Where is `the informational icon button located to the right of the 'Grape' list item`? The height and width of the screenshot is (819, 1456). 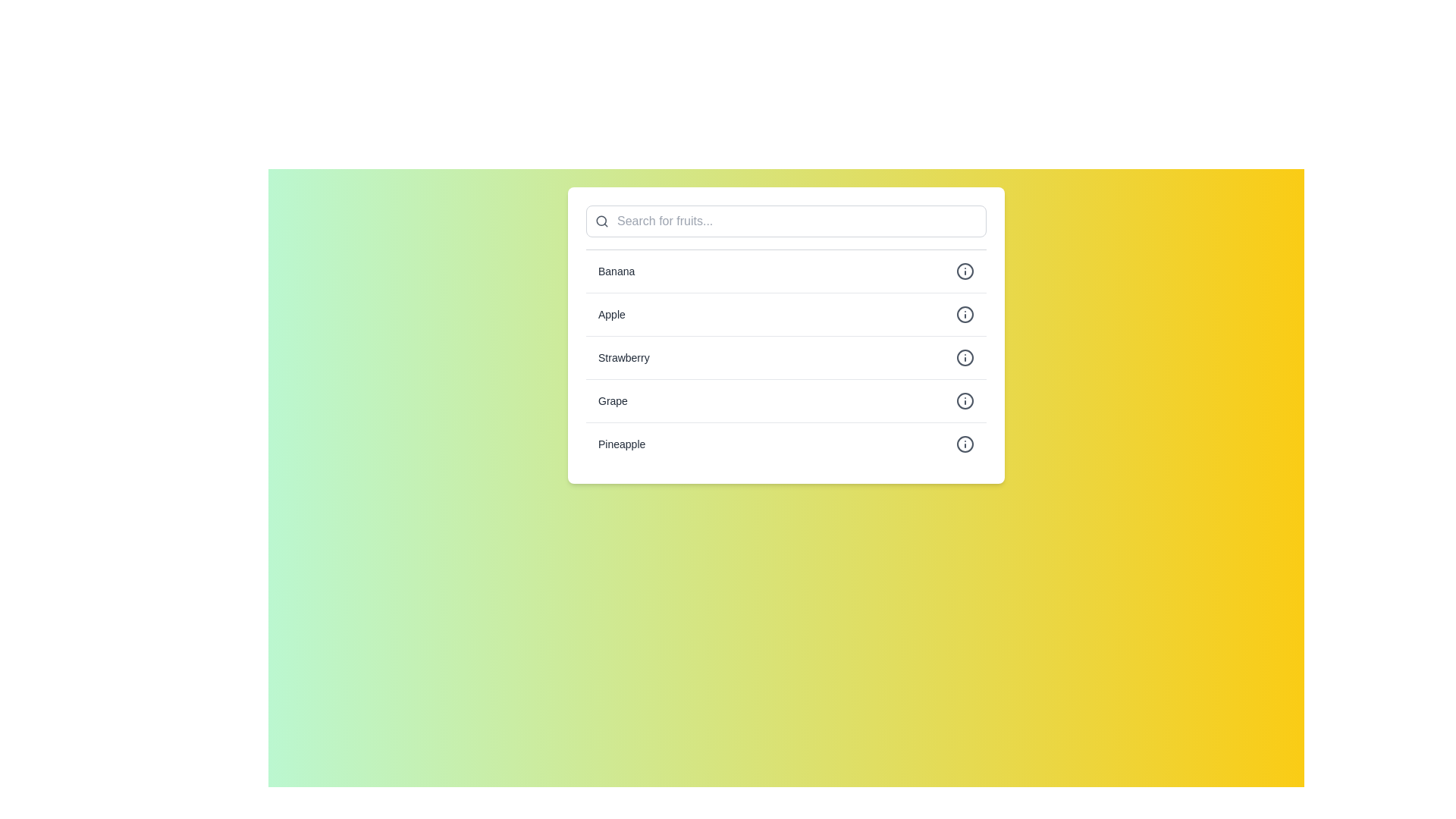
the informational icon button located to the right of the 'Grape' list item is located at coordinates (964, 400).